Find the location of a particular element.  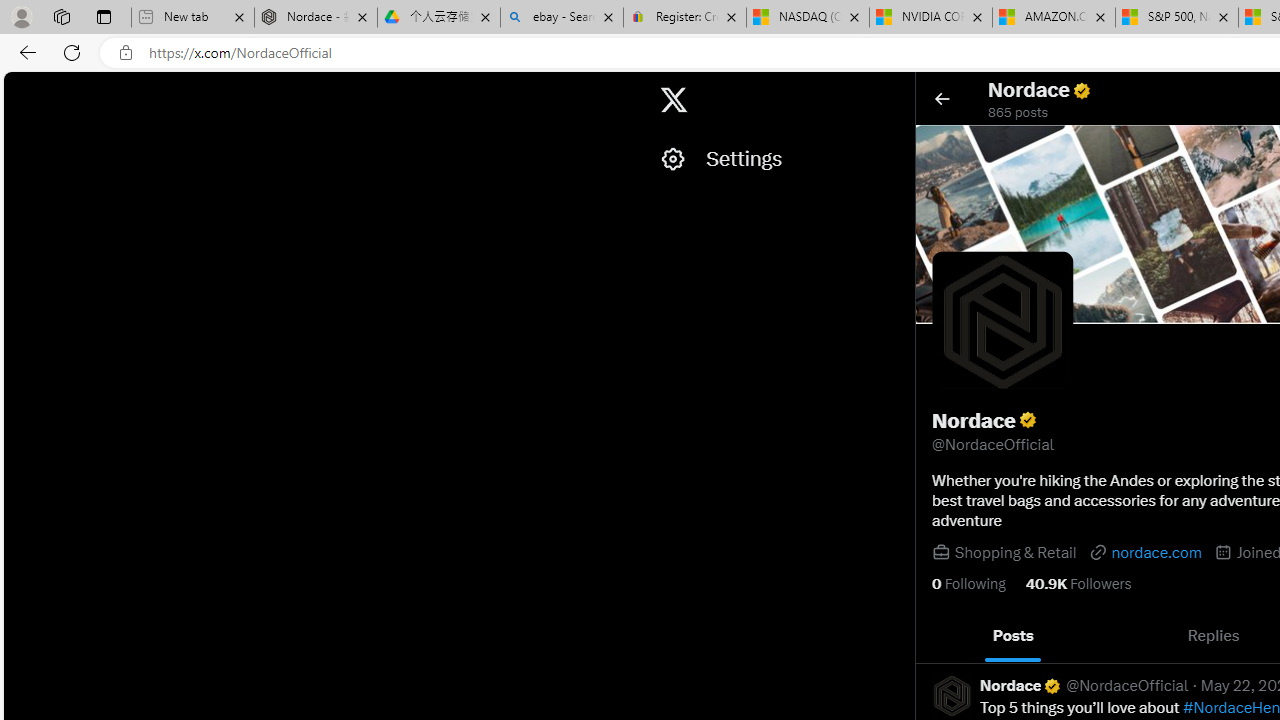

'40.9K Followers' is located at coordinates (1077, 583).